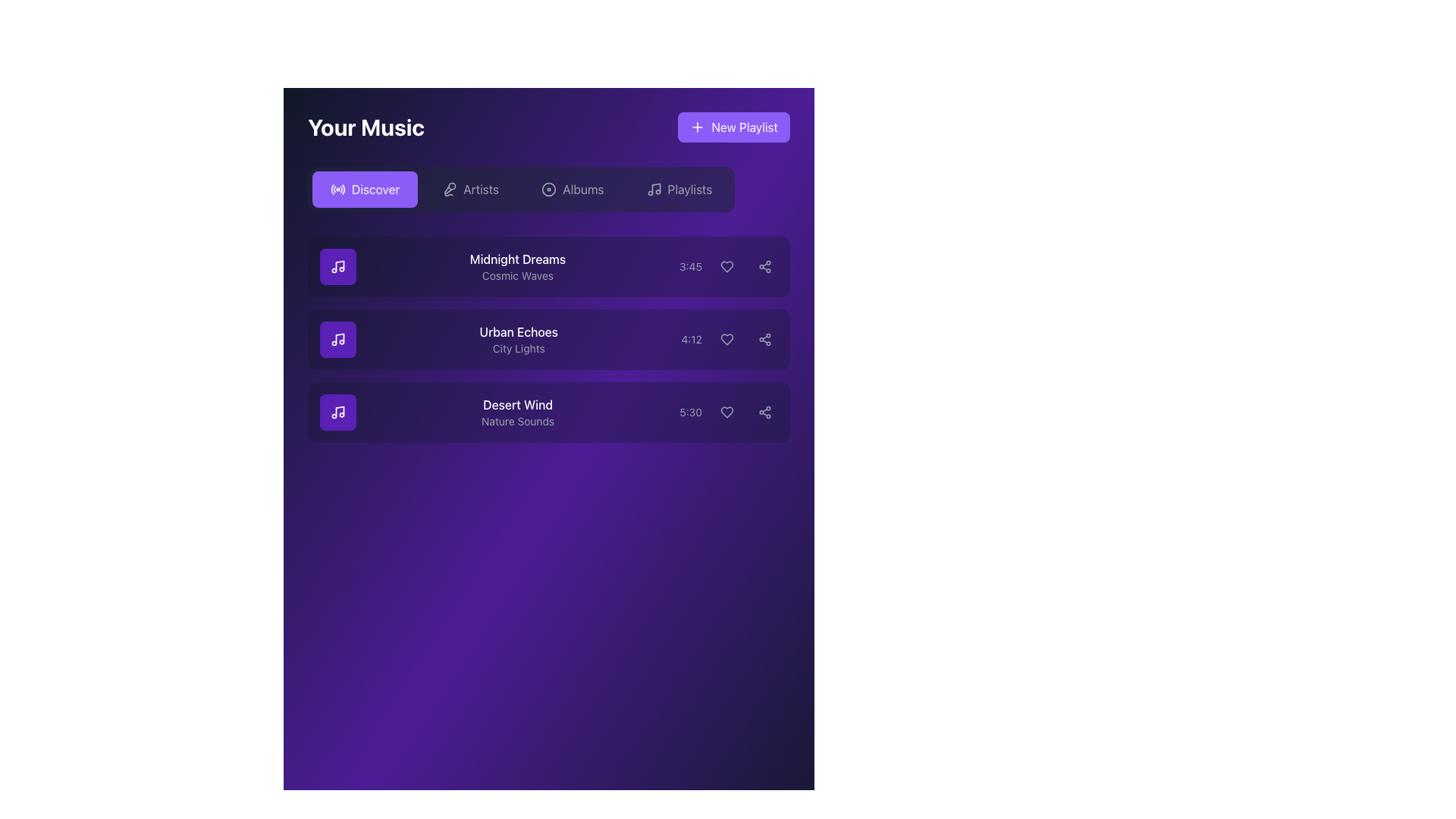 The width and height of the screenshot is (1456, 819). What do you see at coordinates (728, 265) in the screenshot?
I see `the heart icon to mark the song 'Midnight Dreams' as liked, located in the 'Your Music' section of the horizontal row` at bounding box center [728, 265].